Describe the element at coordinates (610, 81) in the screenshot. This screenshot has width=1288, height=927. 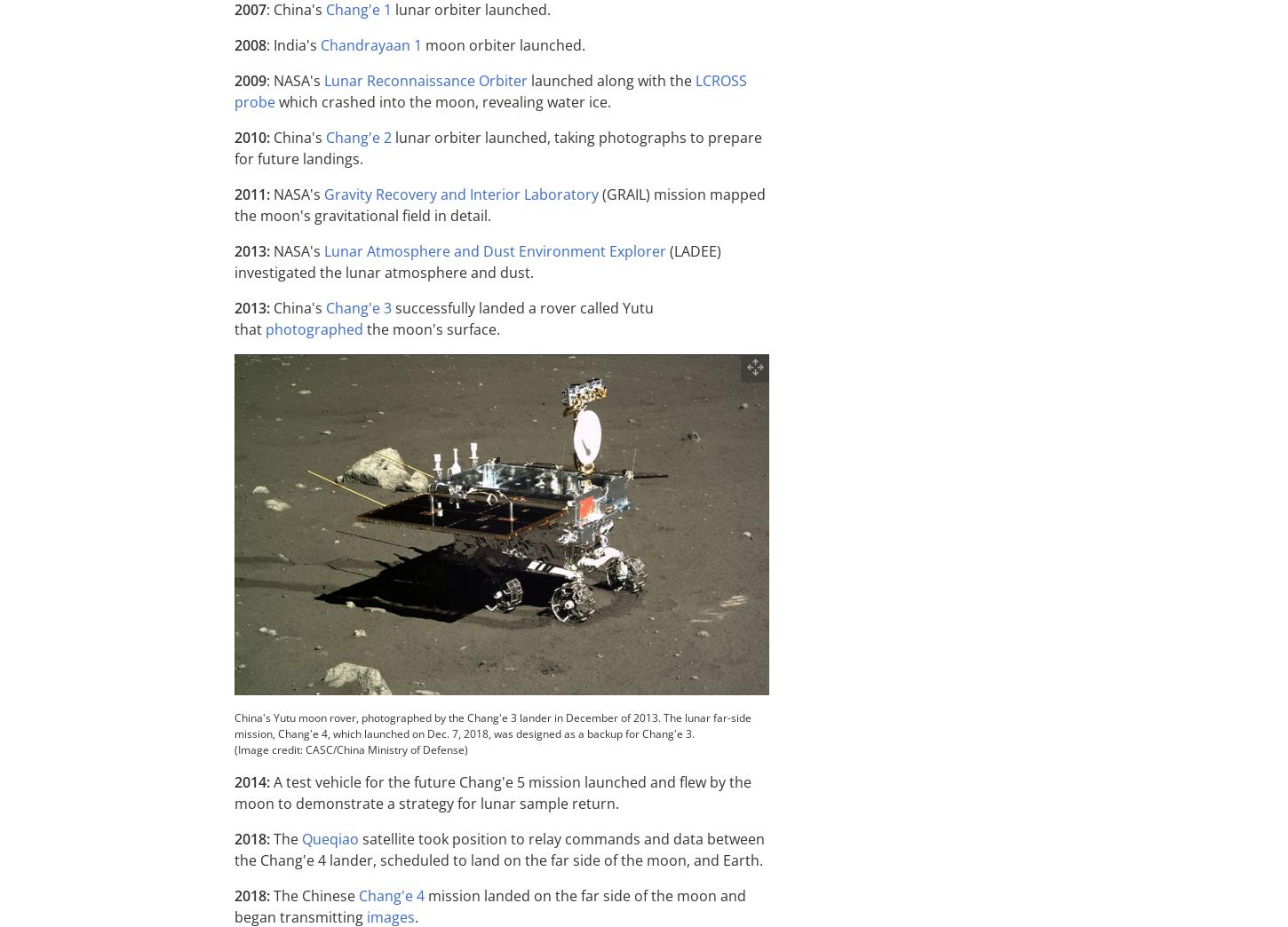
I see `'launched along with the'` at that location.